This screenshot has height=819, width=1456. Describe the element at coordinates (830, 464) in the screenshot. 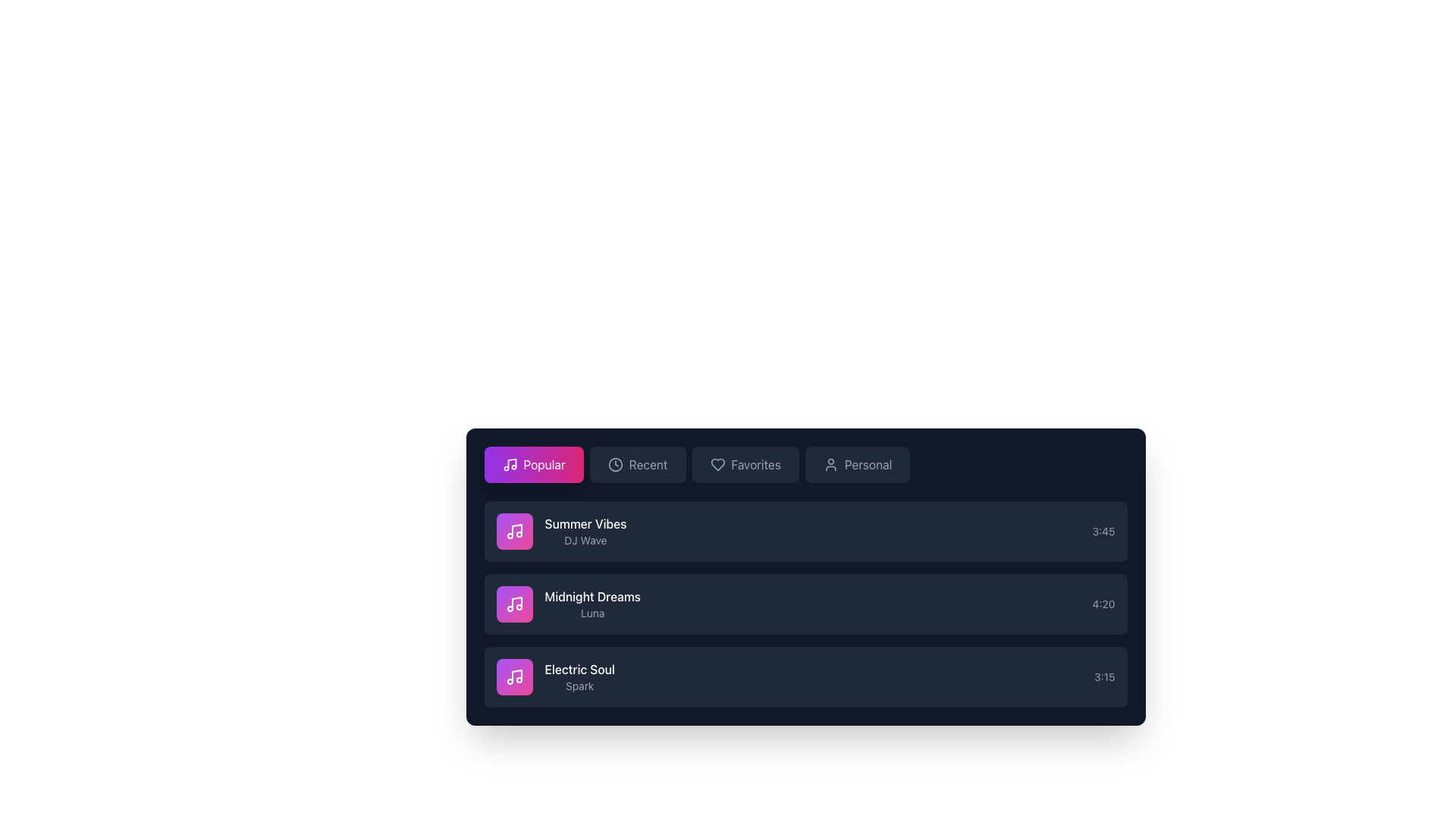

I see `the 'Personal' section icon located at the far right of the navigation bar` at that location.